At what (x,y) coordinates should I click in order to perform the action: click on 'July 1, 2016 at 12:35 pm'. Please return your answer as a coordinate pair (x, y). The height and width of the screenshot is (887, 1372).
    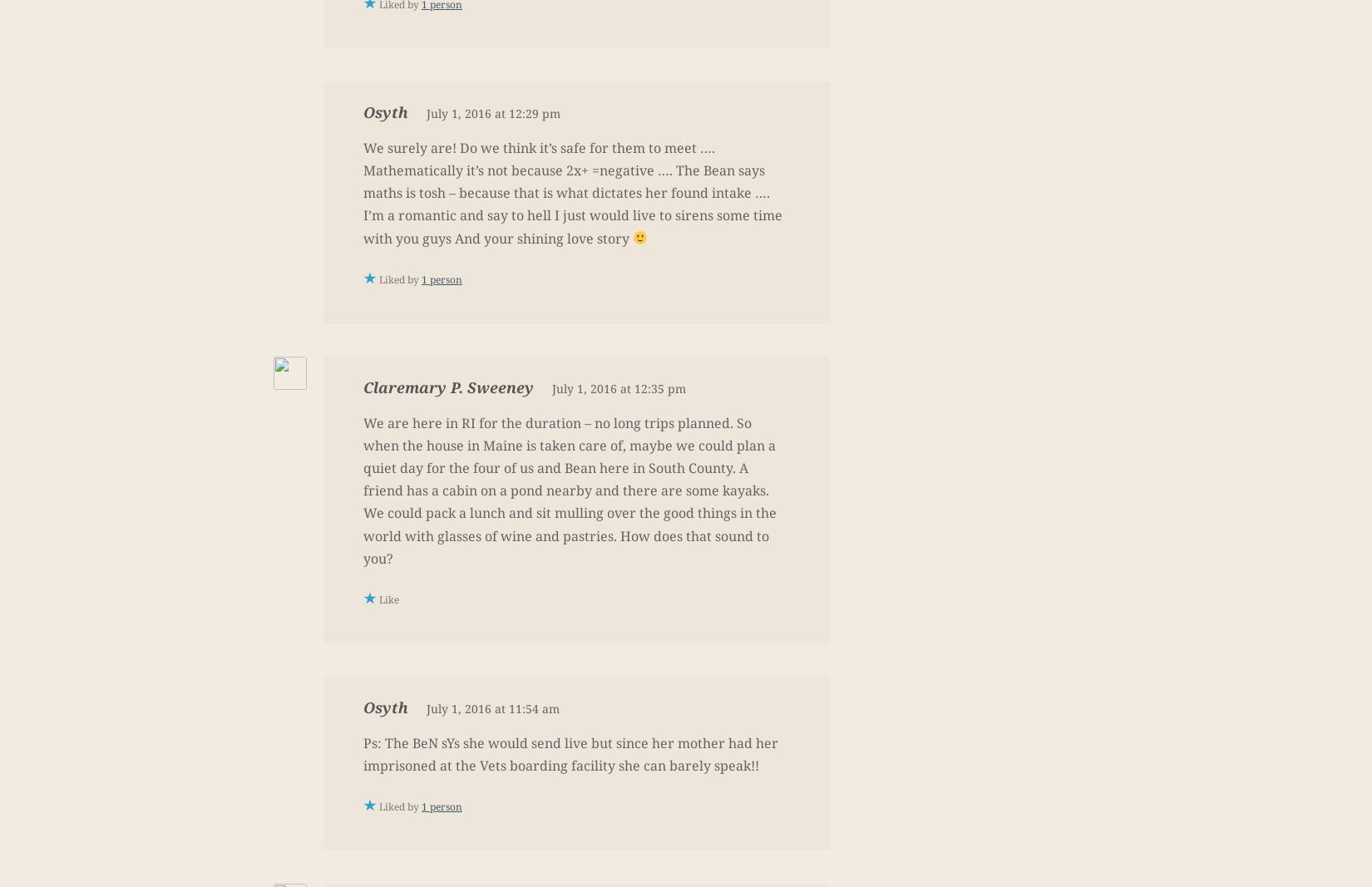
    Looking at the image, I should click on (618, 387).